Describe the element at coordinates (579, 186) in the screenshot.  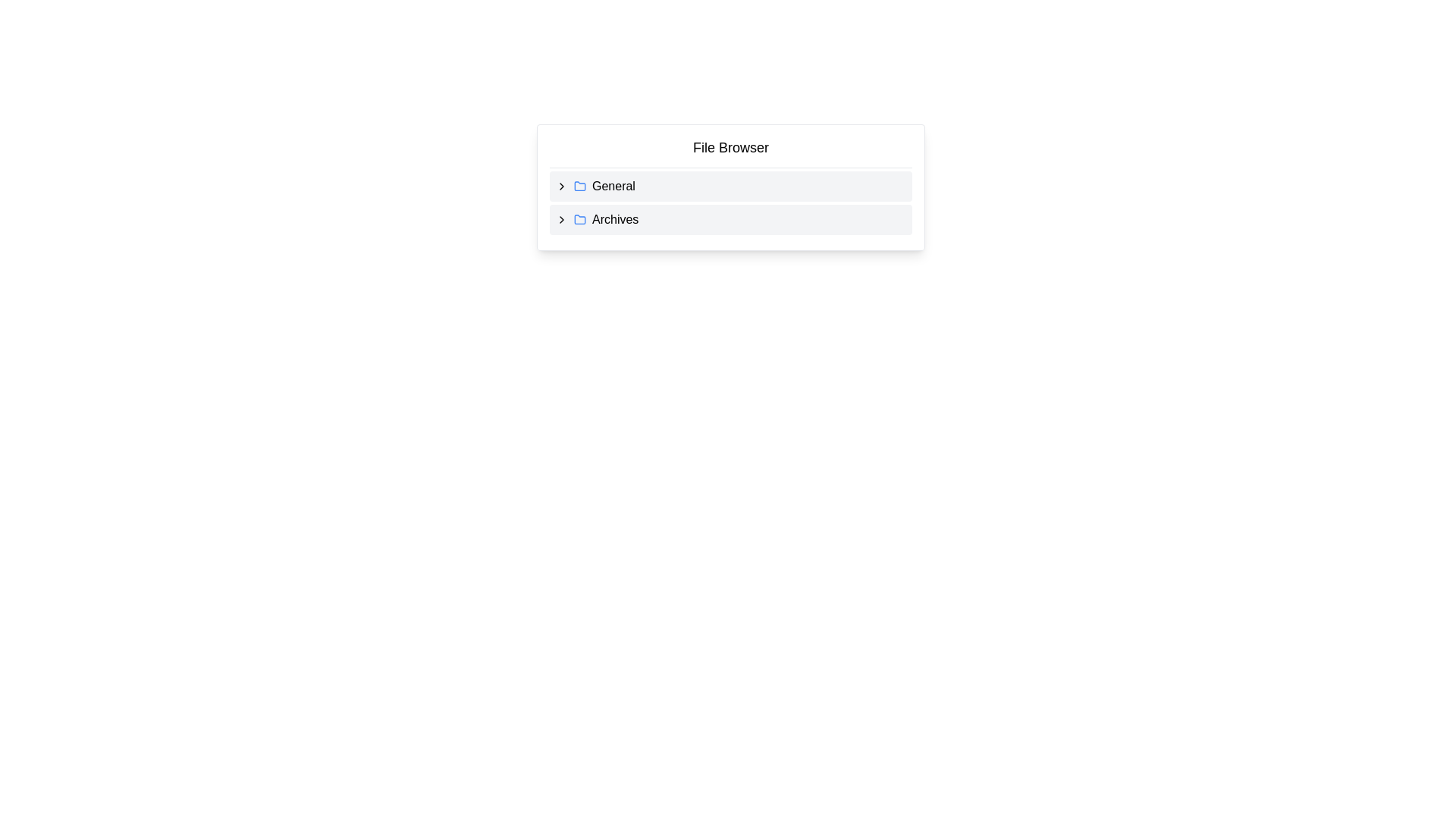
I see `the decorative folder icon located to the left of the 'General' text label in the file management interface` at that location.